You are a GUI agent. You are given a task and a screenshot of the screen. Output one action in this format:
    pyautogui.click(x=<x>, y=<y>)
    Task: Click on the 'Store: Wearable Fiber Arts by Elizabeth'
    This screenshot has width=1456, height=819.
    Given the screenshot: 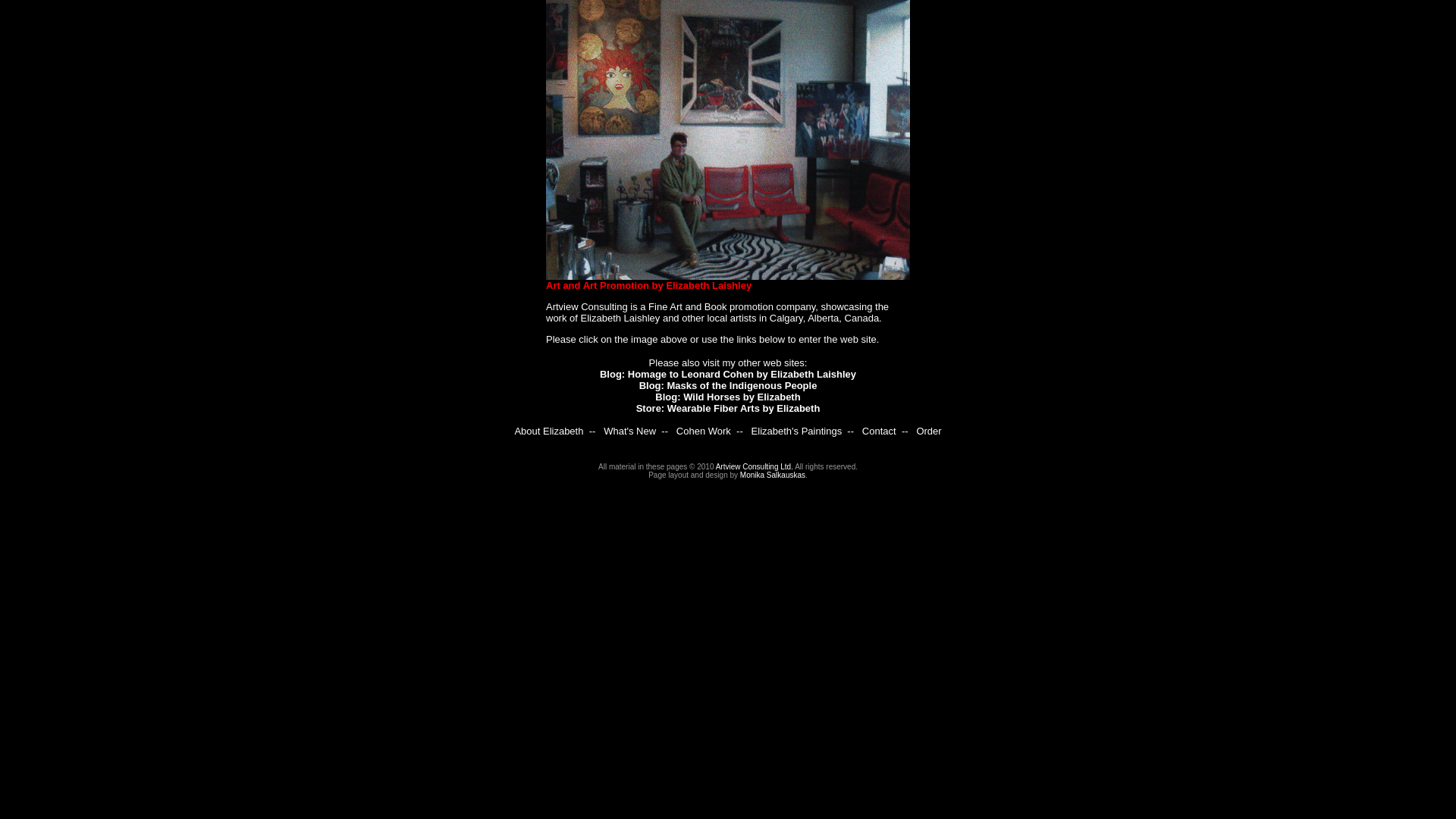 What is the action you would take?
    pyautogui.click(x=728, y=407)
    